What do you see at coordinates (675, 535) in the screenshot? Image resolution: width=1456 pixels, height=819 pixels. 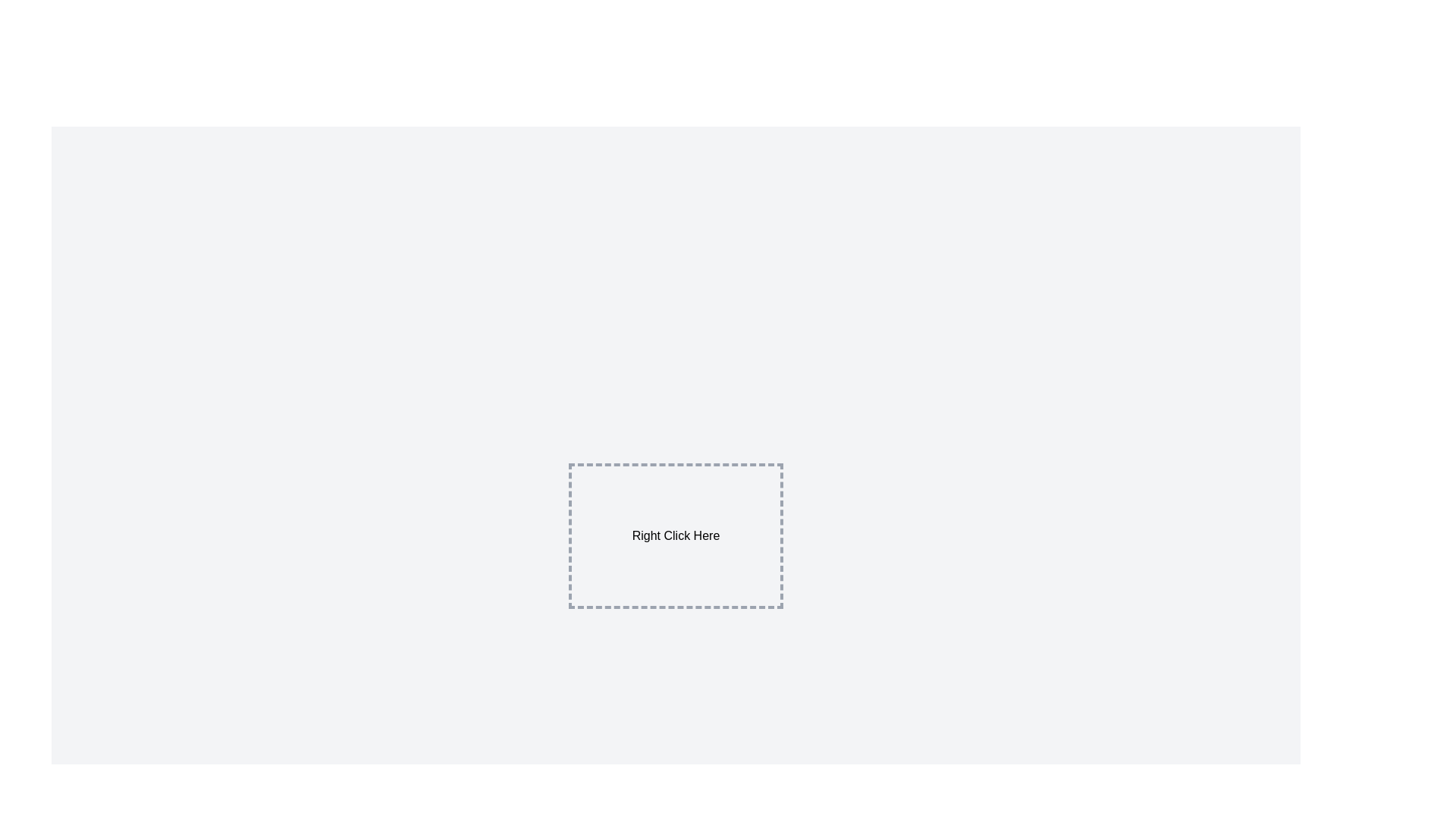 I see `the dashed border area to open the context menu` at bounding box center [675, 535].